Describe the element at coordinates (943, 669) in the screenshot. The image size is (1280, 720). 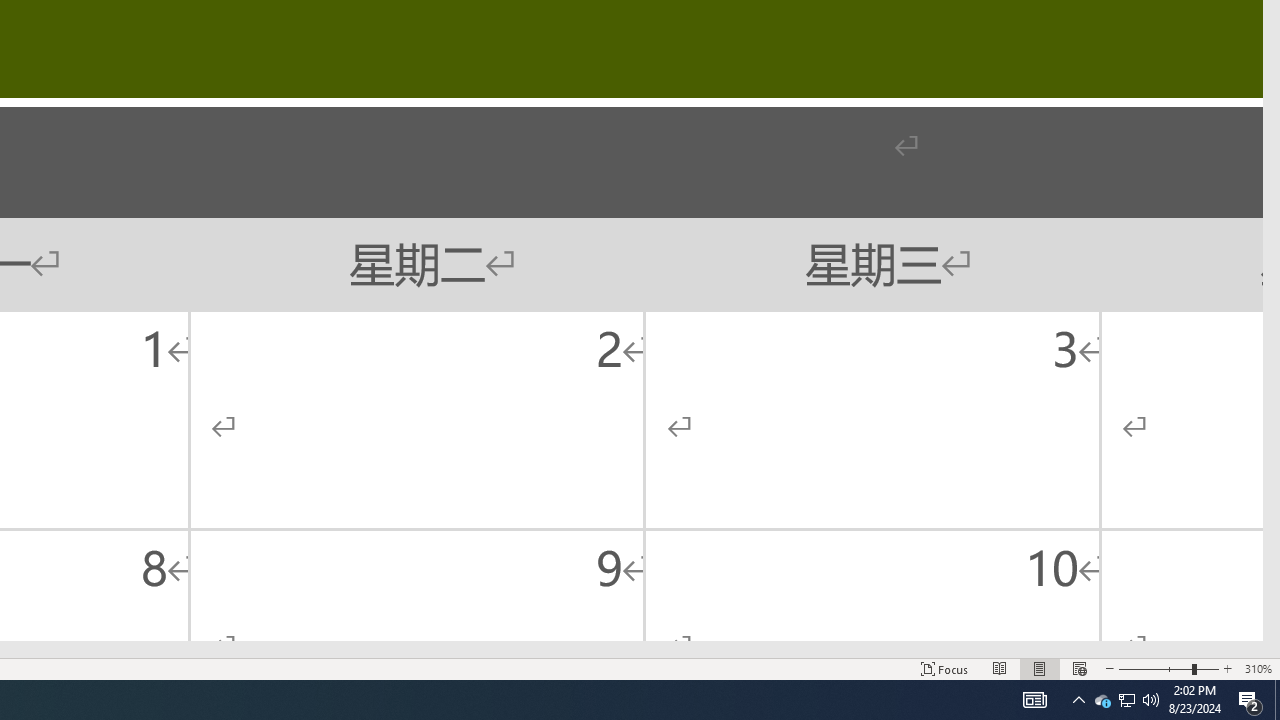
I see `'Focus '` at that location.